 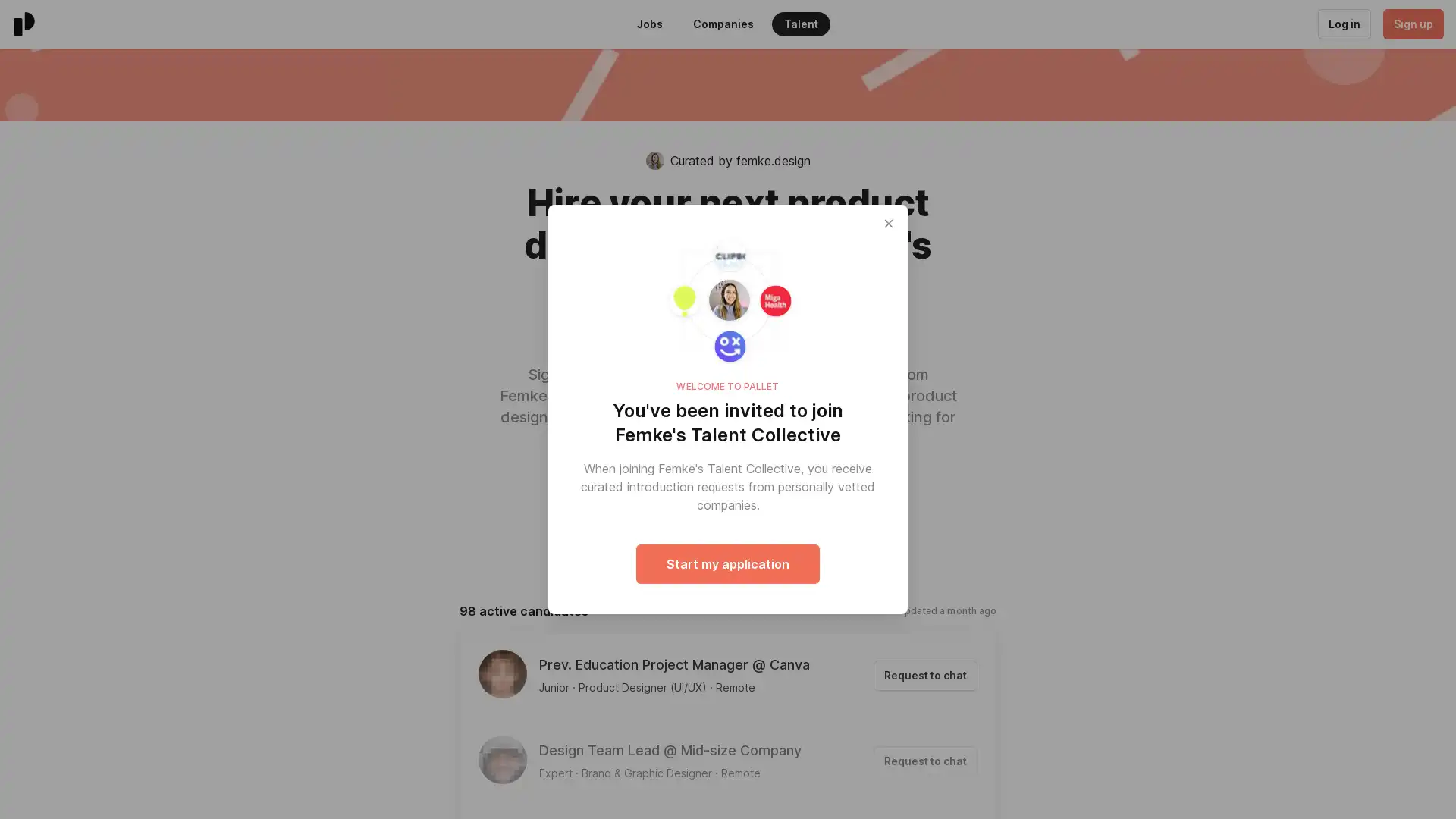 What do you see at coordinates (1343, 24) in the screenshot?
I see `Log in` at bounding box center [1343, 24].